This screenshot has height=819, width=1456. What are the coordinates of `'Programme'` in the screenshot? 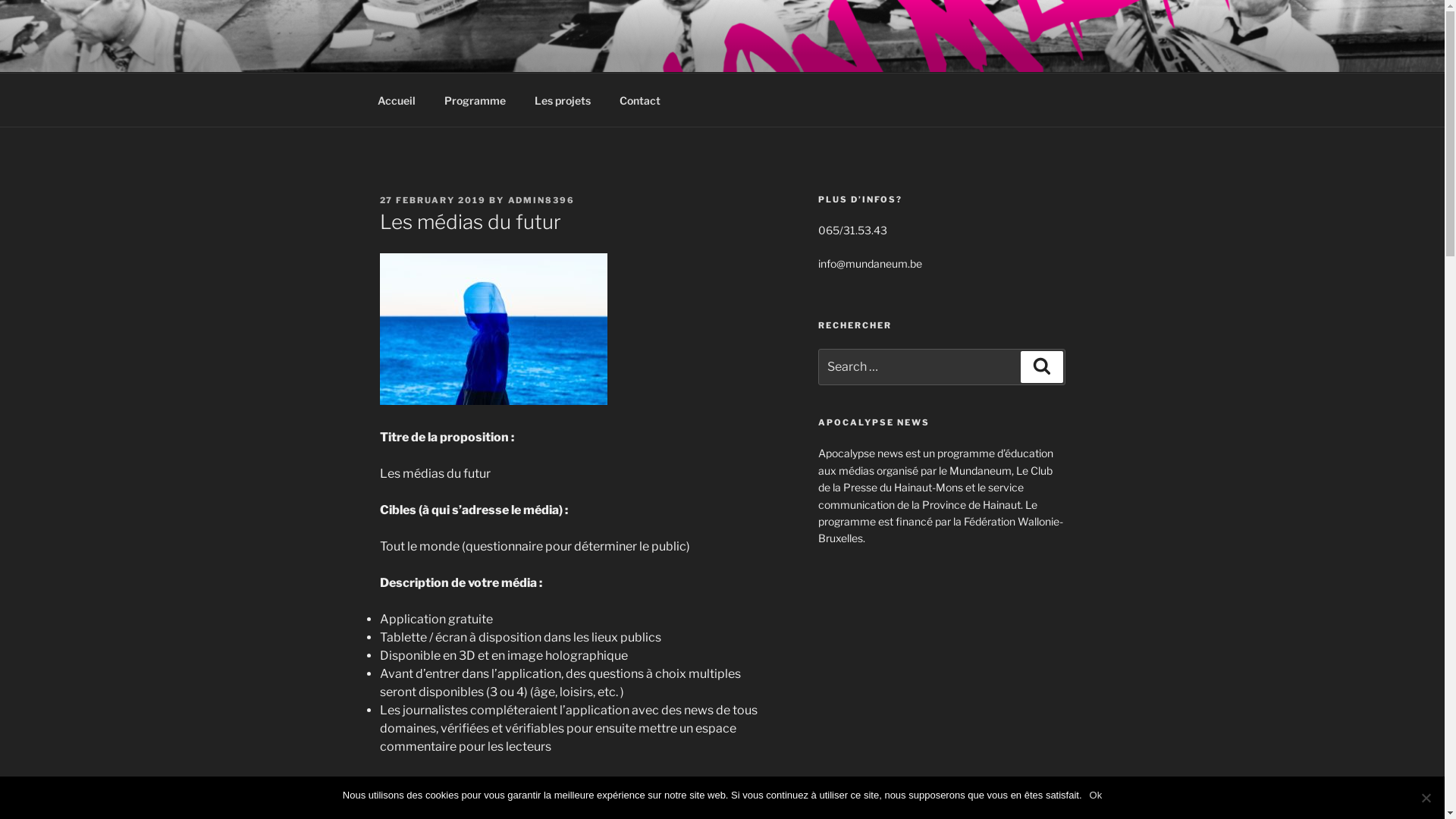 It's located at (473, 100).